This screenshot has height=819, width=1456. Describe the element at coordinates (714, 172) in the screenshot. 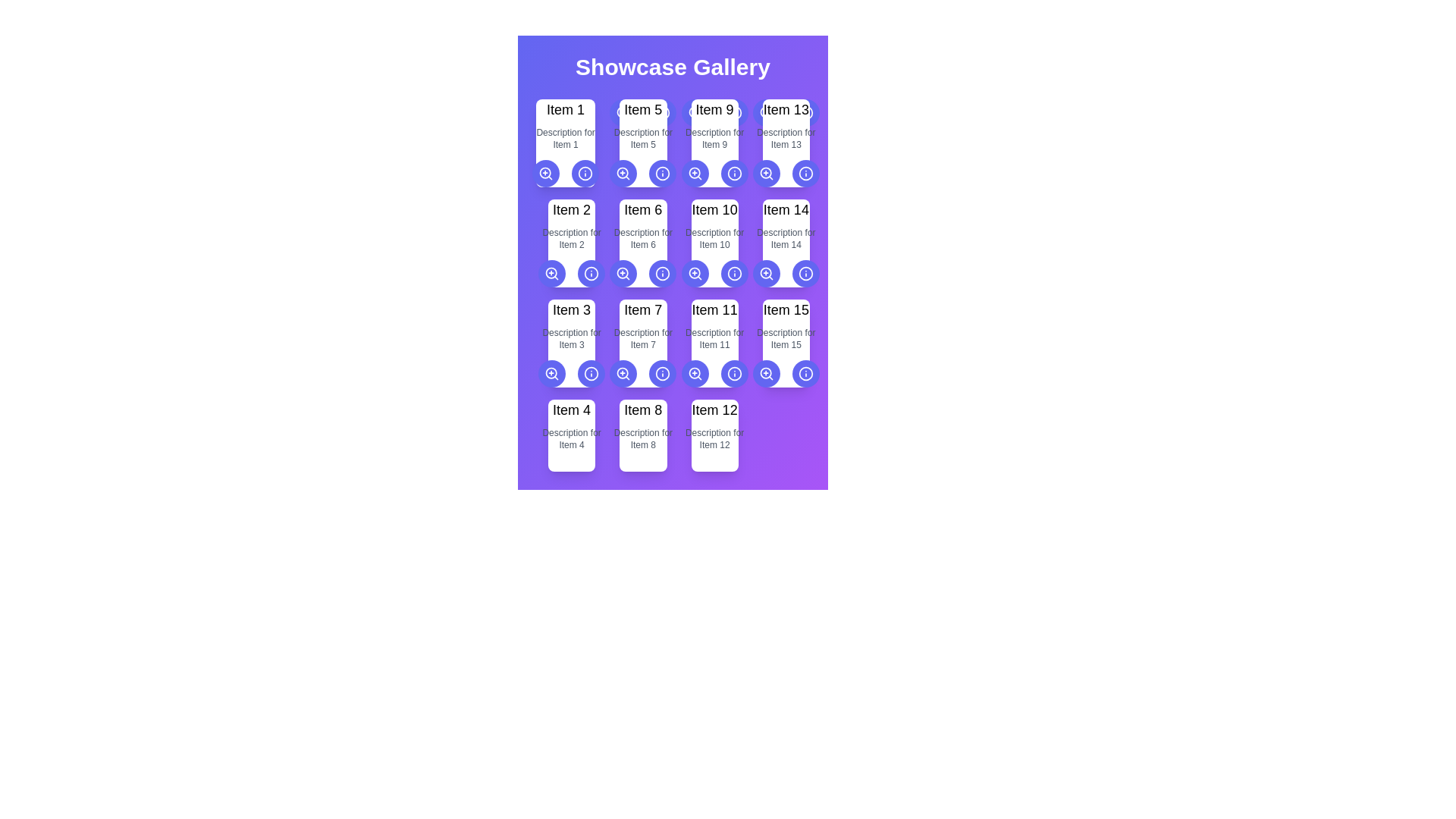

I see `the information icon on the Grouped Control Panel located in the 'Item 9' display area to show information` at that location.